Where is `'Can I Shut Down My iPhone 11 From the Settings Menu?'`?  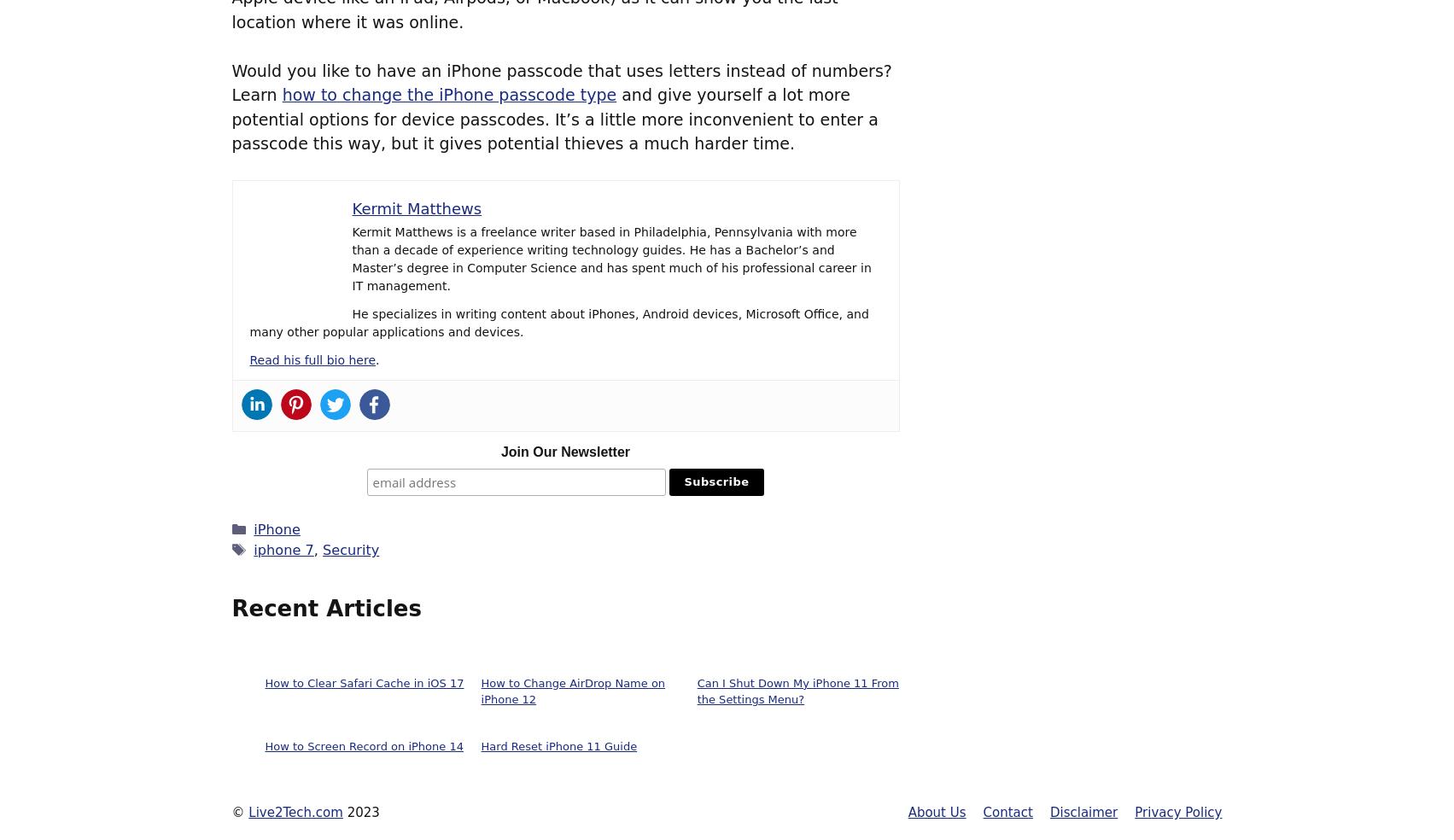
'Can I Shut Down My iPhone 11 From the Settings Menu?' is located at coordinates (796, 690).